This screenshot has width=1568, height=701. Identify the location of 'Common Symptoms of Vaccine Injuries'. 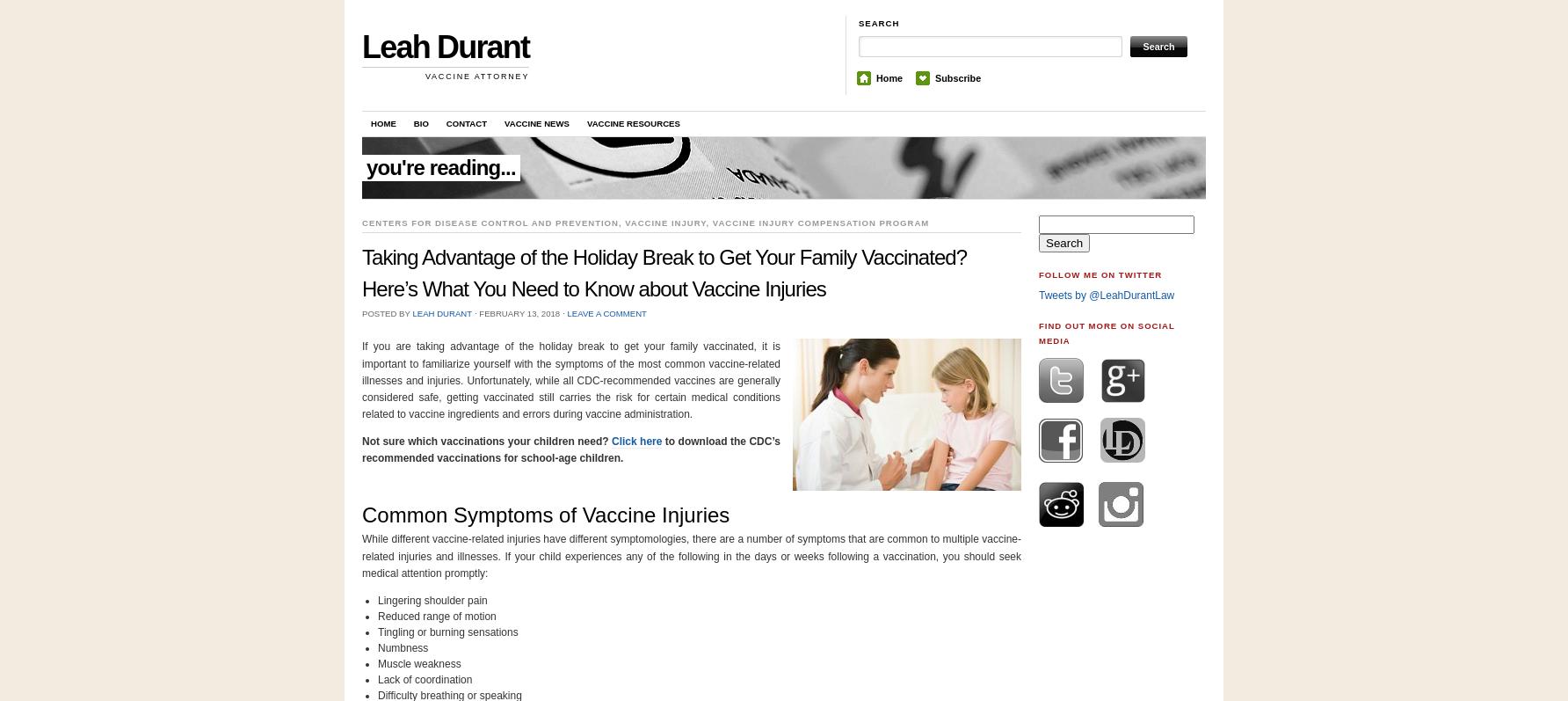
(545, 515).